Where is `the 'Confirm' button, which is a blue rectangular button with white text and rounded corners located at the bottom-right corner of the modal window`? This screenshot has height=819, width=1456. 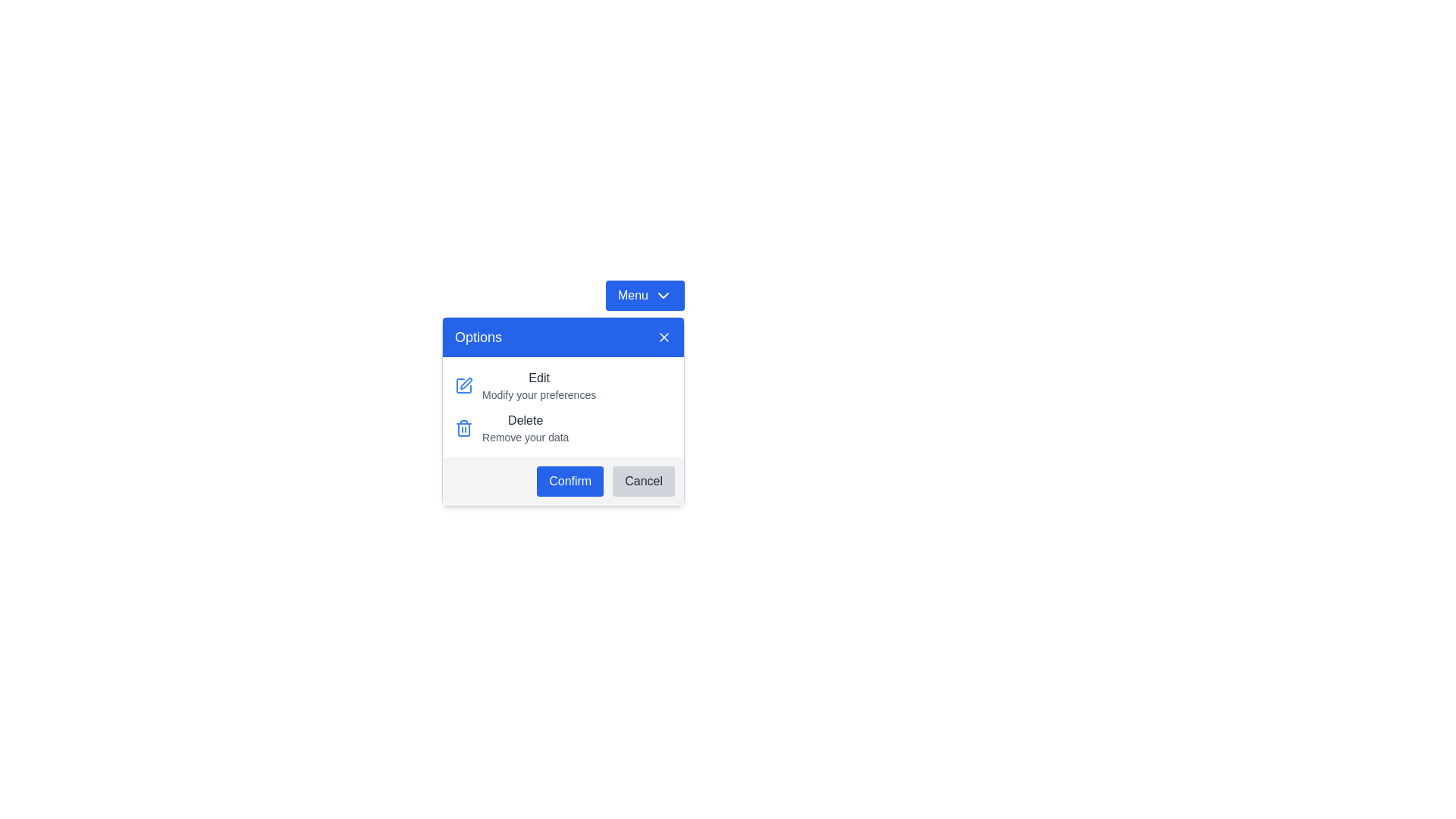 the 'Confirm' button, which is a blue rectangular button with white text and rounded corners located at the bottom-right corner of the modal window is located at coordinates (570, 482).